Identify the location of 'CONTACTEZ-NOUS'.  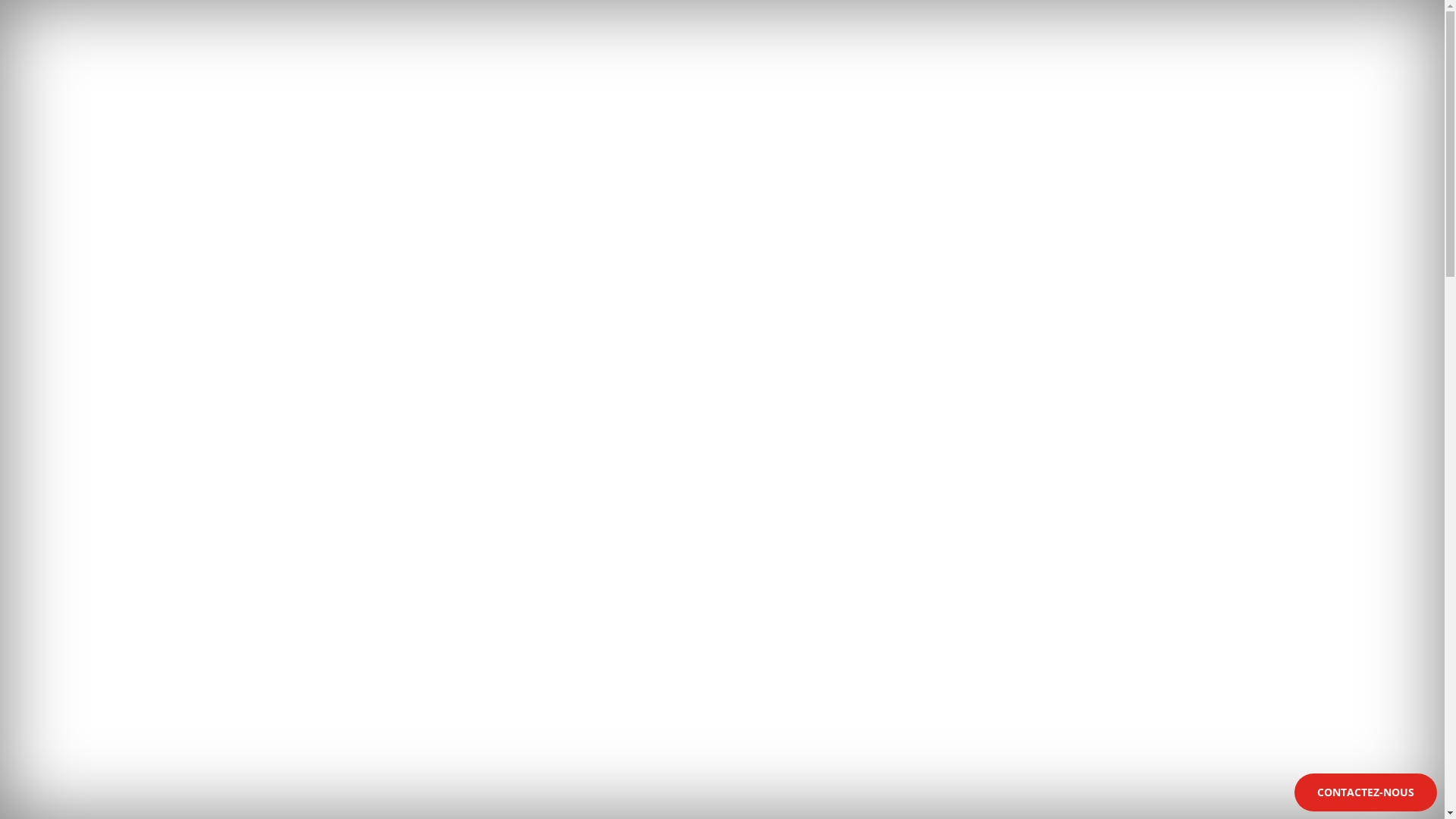
(1365, 792).